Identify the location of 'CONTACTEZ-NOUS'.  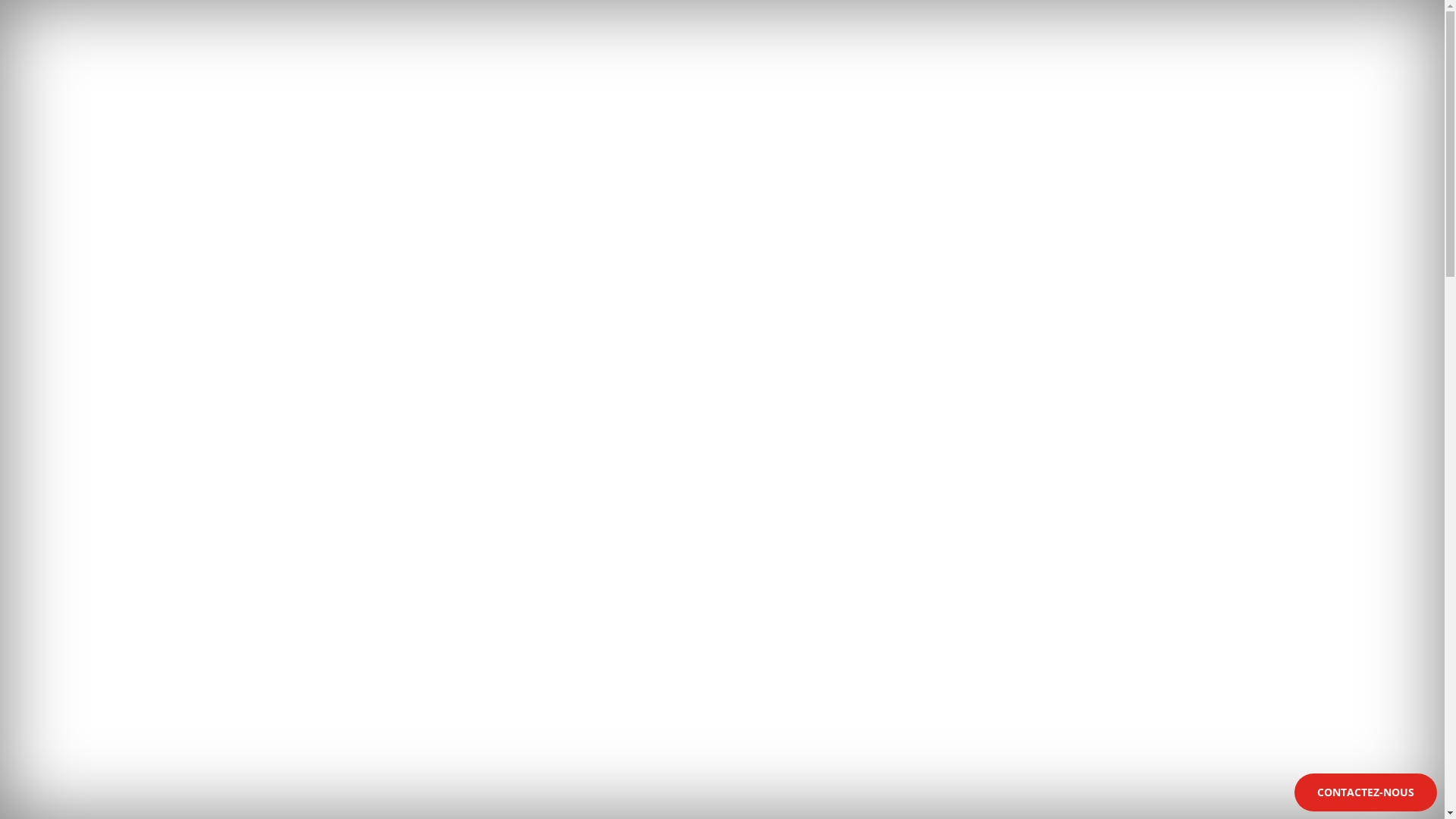
(1365, 792).